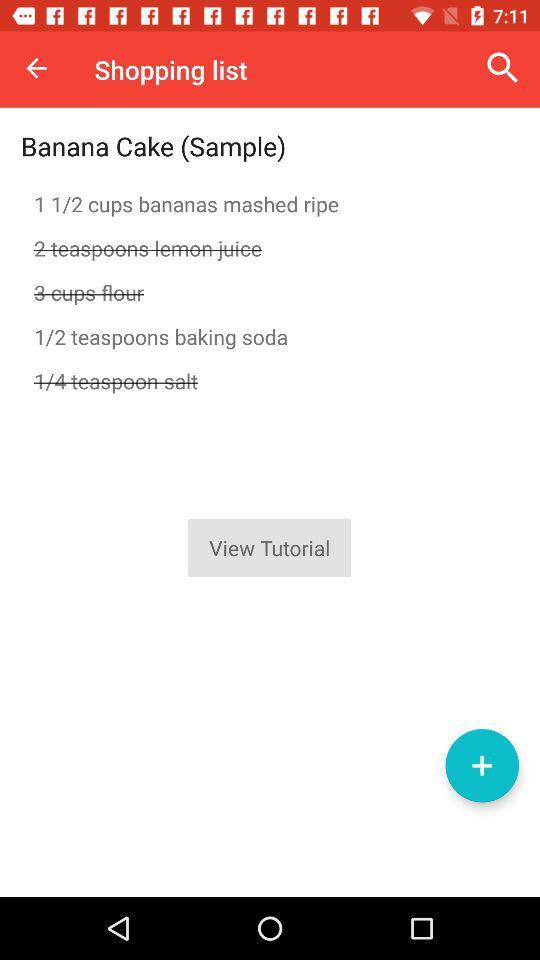 The image size is (540, 960). What do you see at coordinates (152, 145) in the screenshot?
I see `item above 1 1 2 item` at bounding box center [152, 145].